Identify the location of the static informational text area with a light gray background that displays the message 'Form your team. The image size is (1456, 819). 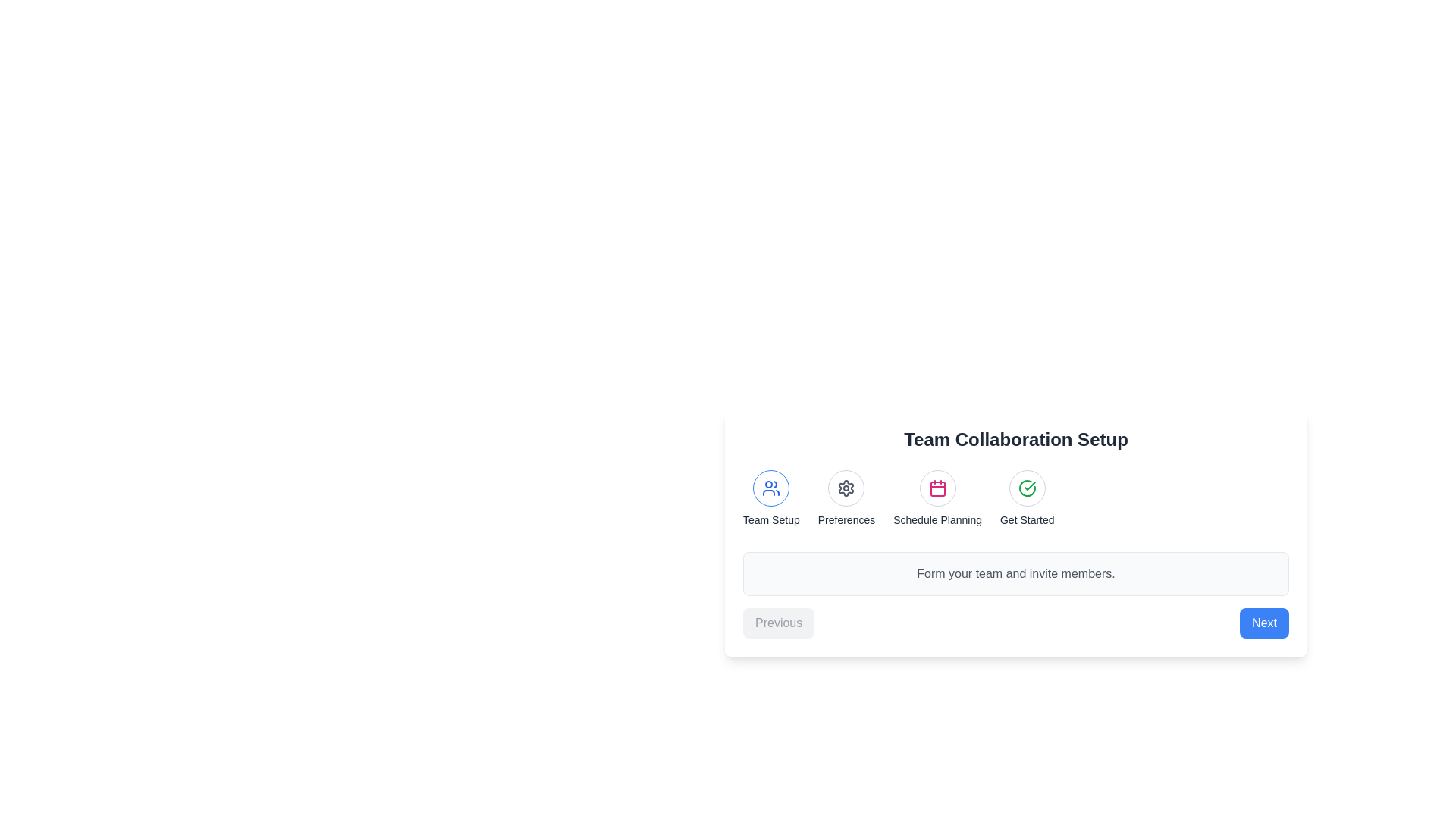
(1015, 573).